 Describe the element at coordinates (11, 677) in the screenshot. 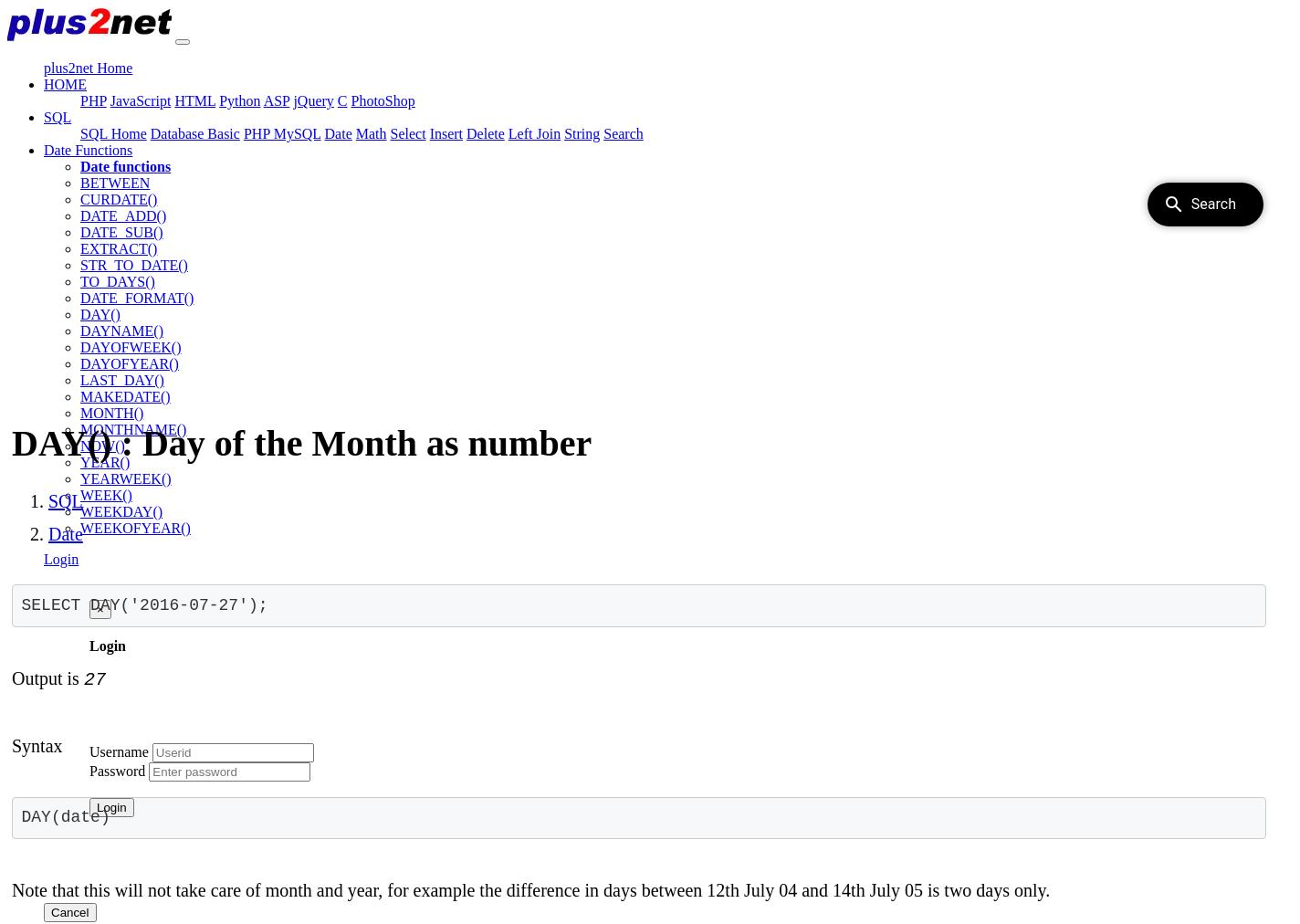

I see `'Output is'` at that location.